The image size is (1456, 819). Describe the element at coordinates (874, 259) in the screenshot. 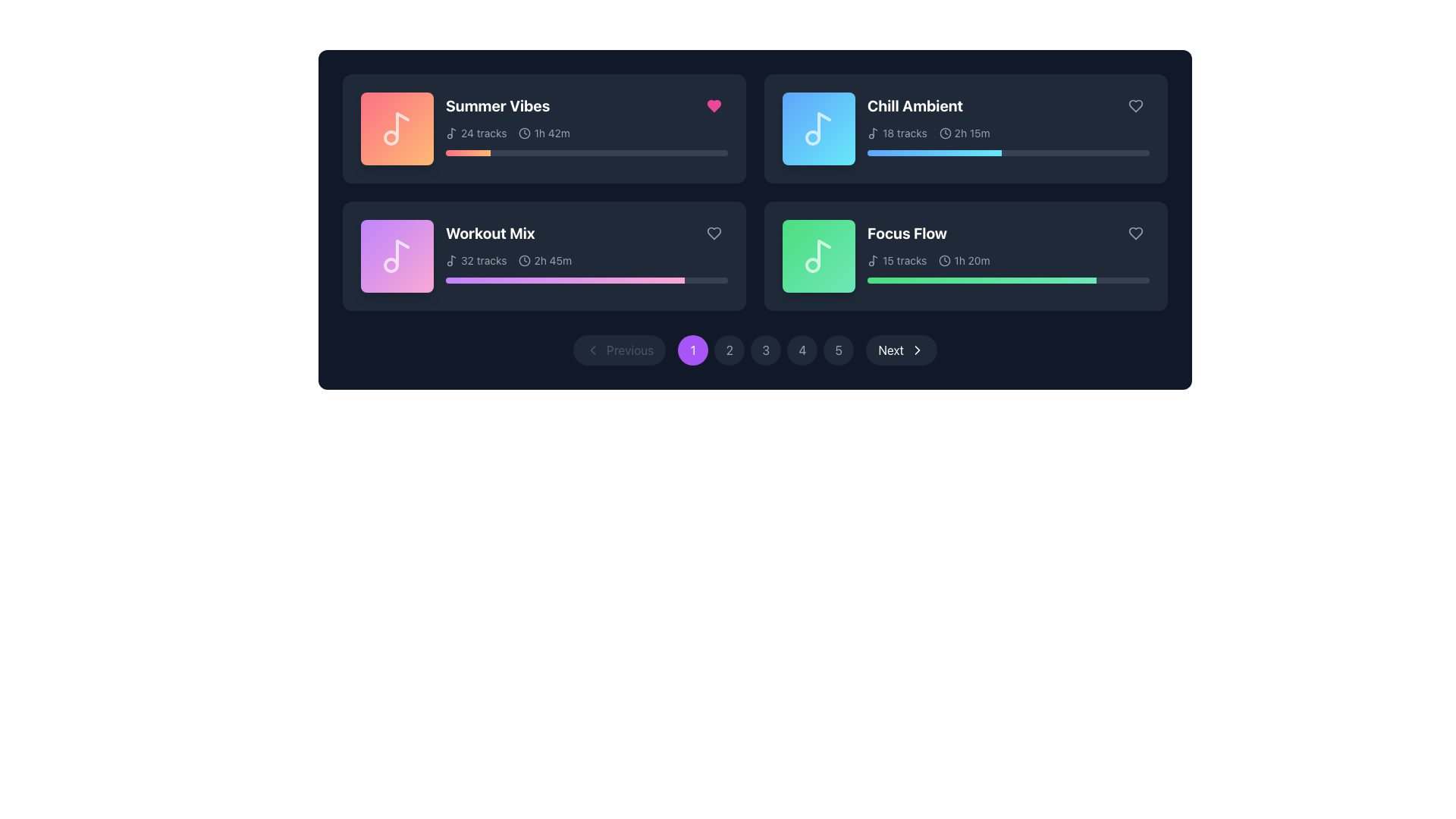

I see `the musical note icon located to the left of the text '15 tracks' within the 'Focus Flow' card` at that location.